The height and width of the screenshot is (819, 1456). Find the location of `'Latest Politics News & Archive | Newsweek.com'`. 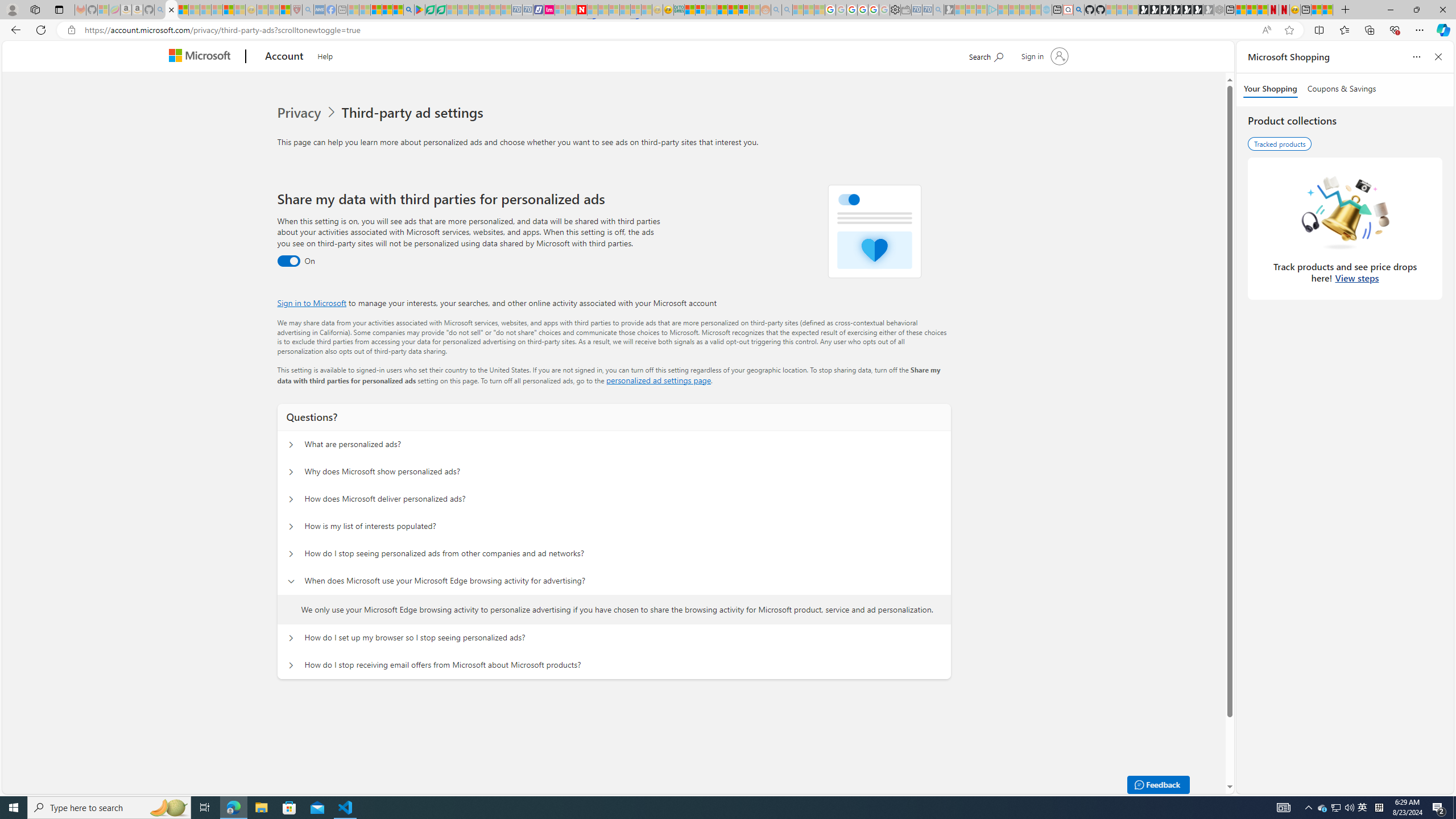

'Latest Politics News & Archive | Newsweek.com' is located at coordinates (582, 9).